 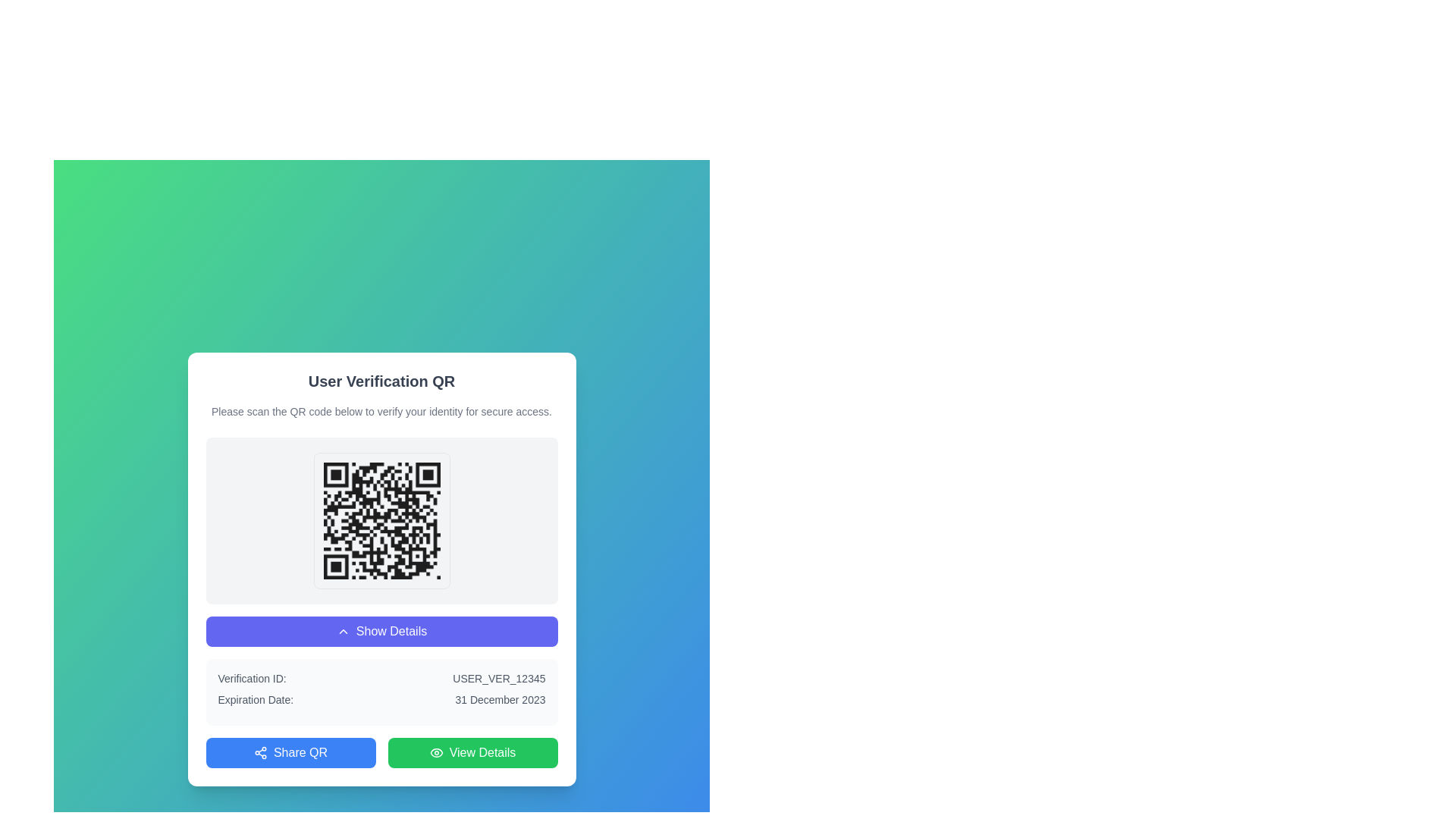 I want to click on the icon located to the left of the 'Show Details' button, which indicates that clicking the button will reveal more information, so click(x=342, y=632).